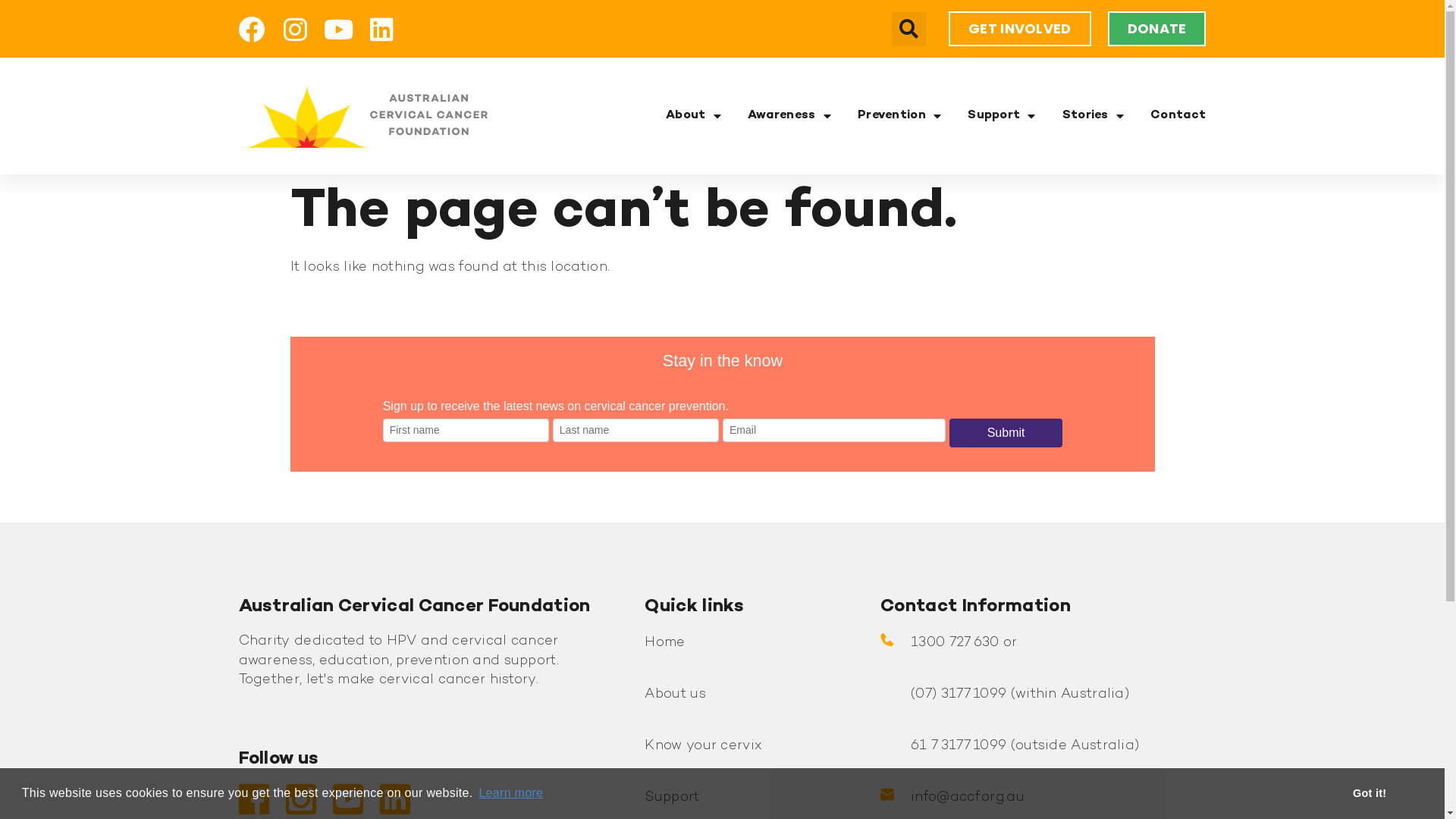 This screenshot has height=819, width=1456. Describe the element at coordinates (671, 796) in the screenshot. I see `'Support'` at that location.